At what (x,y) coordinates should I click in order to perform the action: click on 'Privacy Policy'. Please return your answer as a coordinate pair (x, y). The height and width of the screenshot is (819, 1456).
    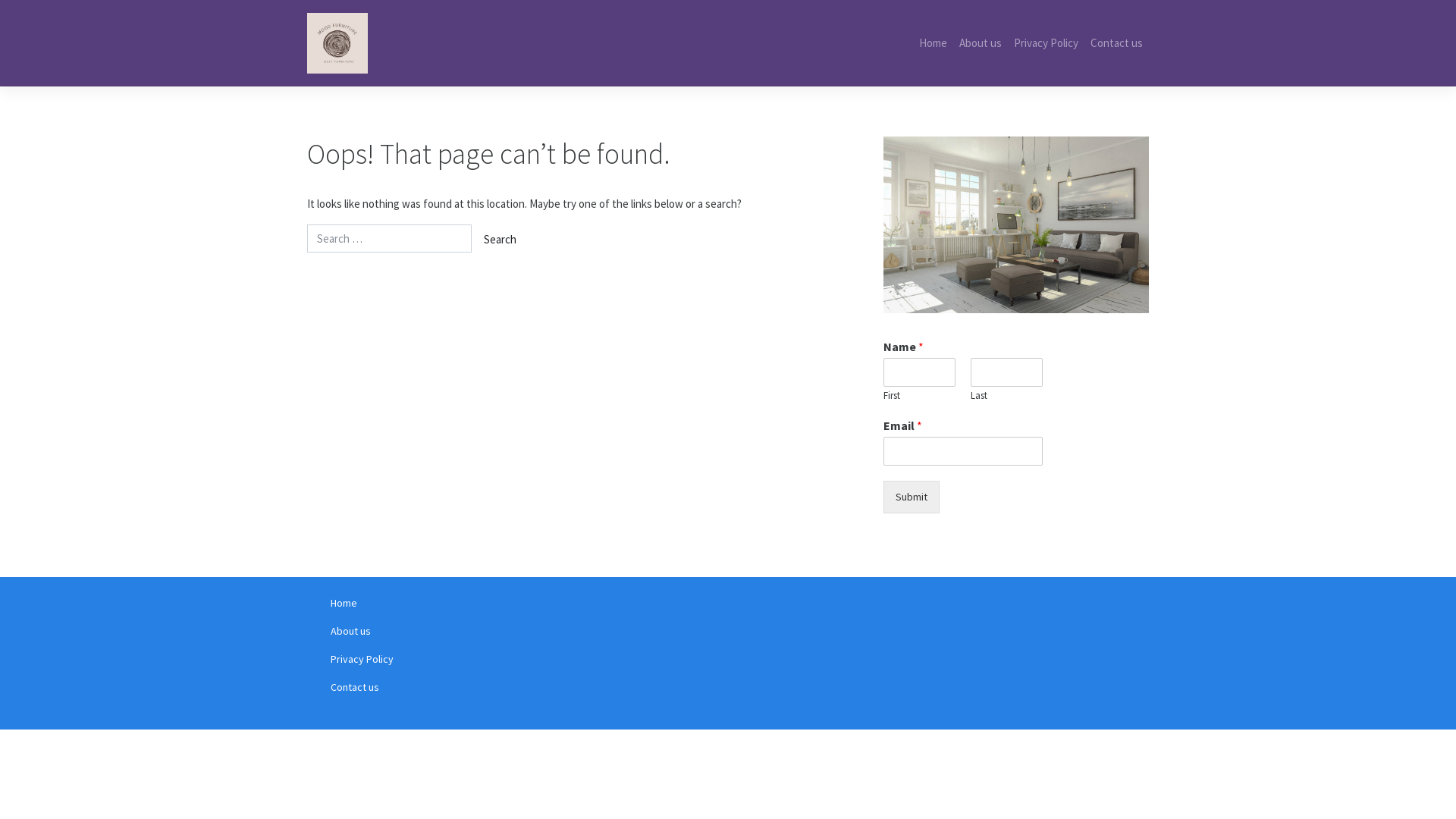
    Looking at the image, I should click on (447, 658).